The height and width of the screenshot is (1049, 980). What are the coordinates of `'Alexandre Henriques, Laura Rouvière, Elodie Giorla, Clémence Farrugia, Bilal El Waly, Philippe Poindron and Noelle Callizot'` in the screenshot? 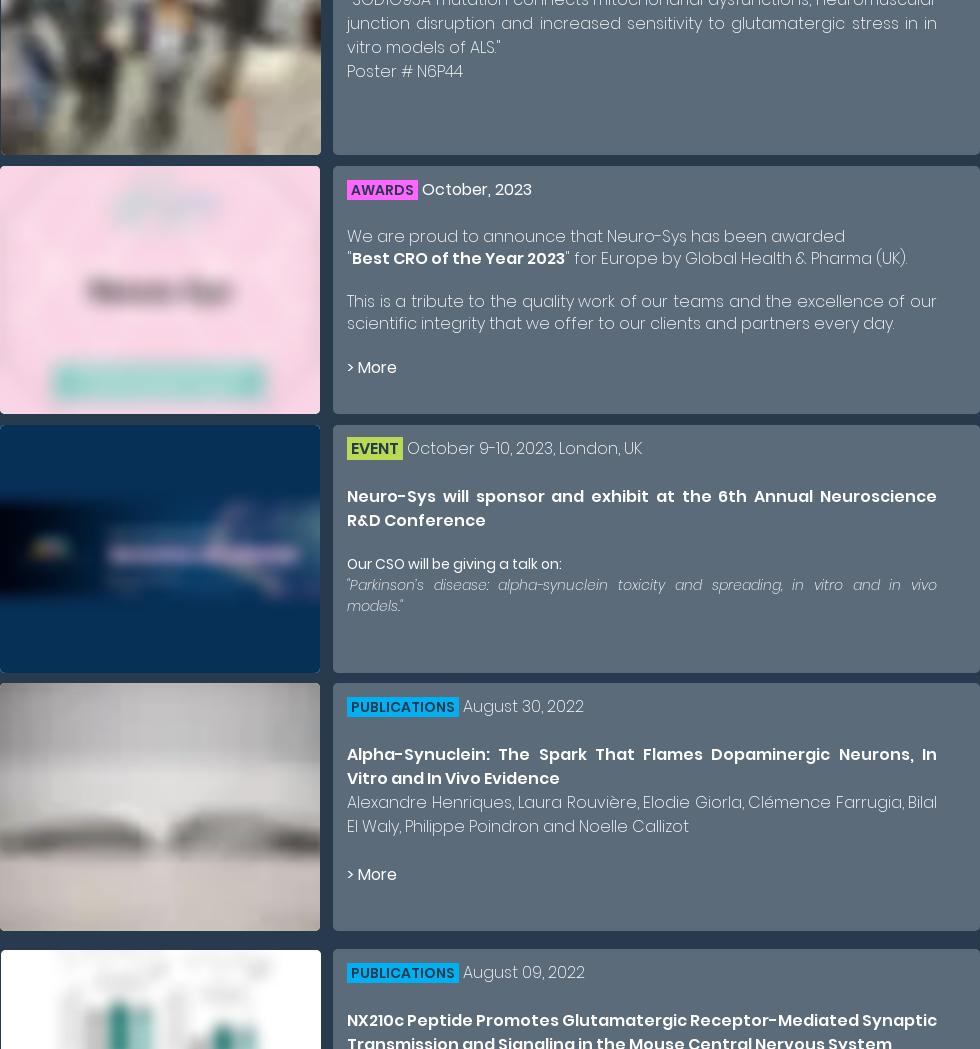 It's located at (641, 813).